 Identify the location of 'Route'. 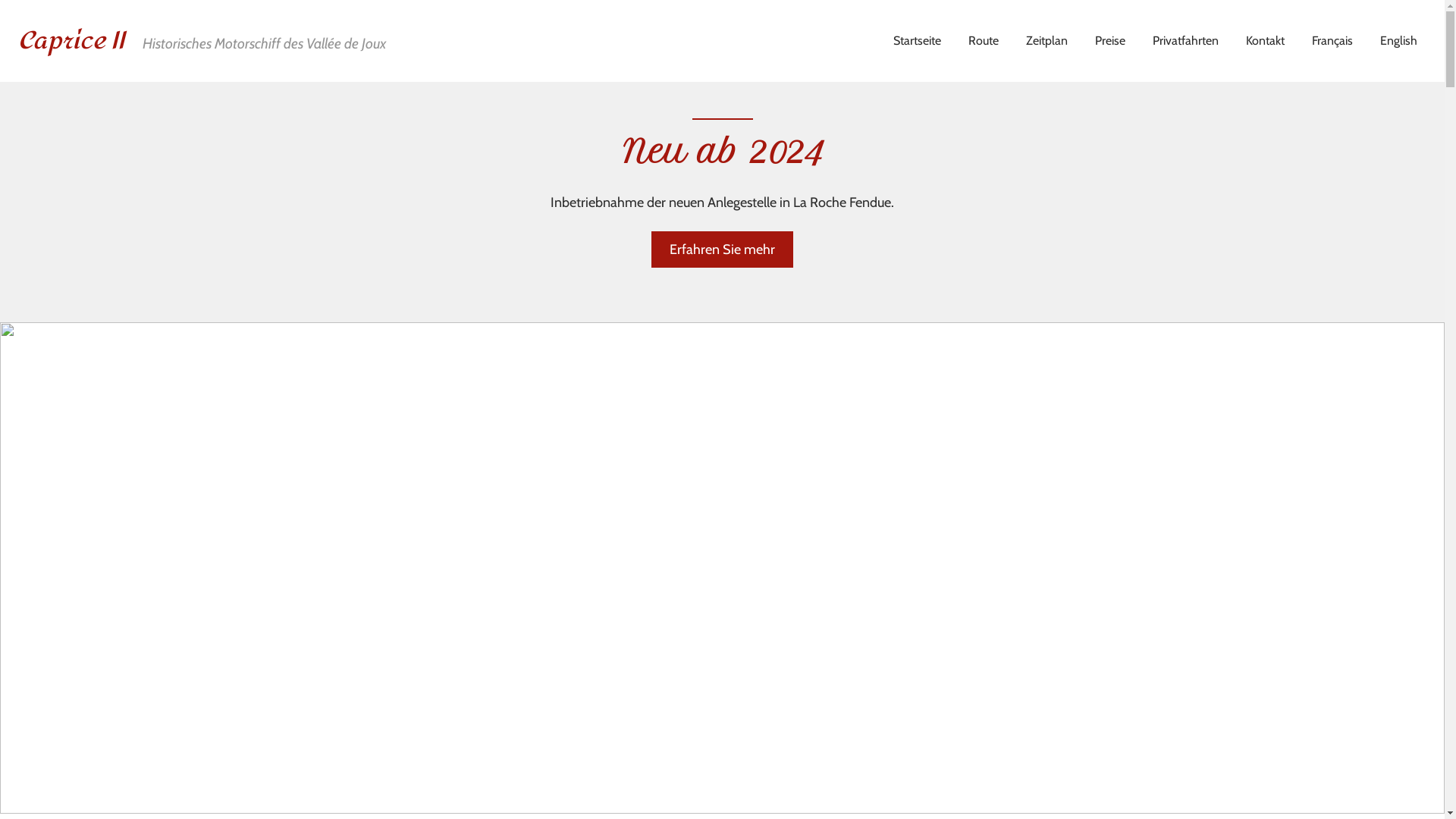
(983, 40).